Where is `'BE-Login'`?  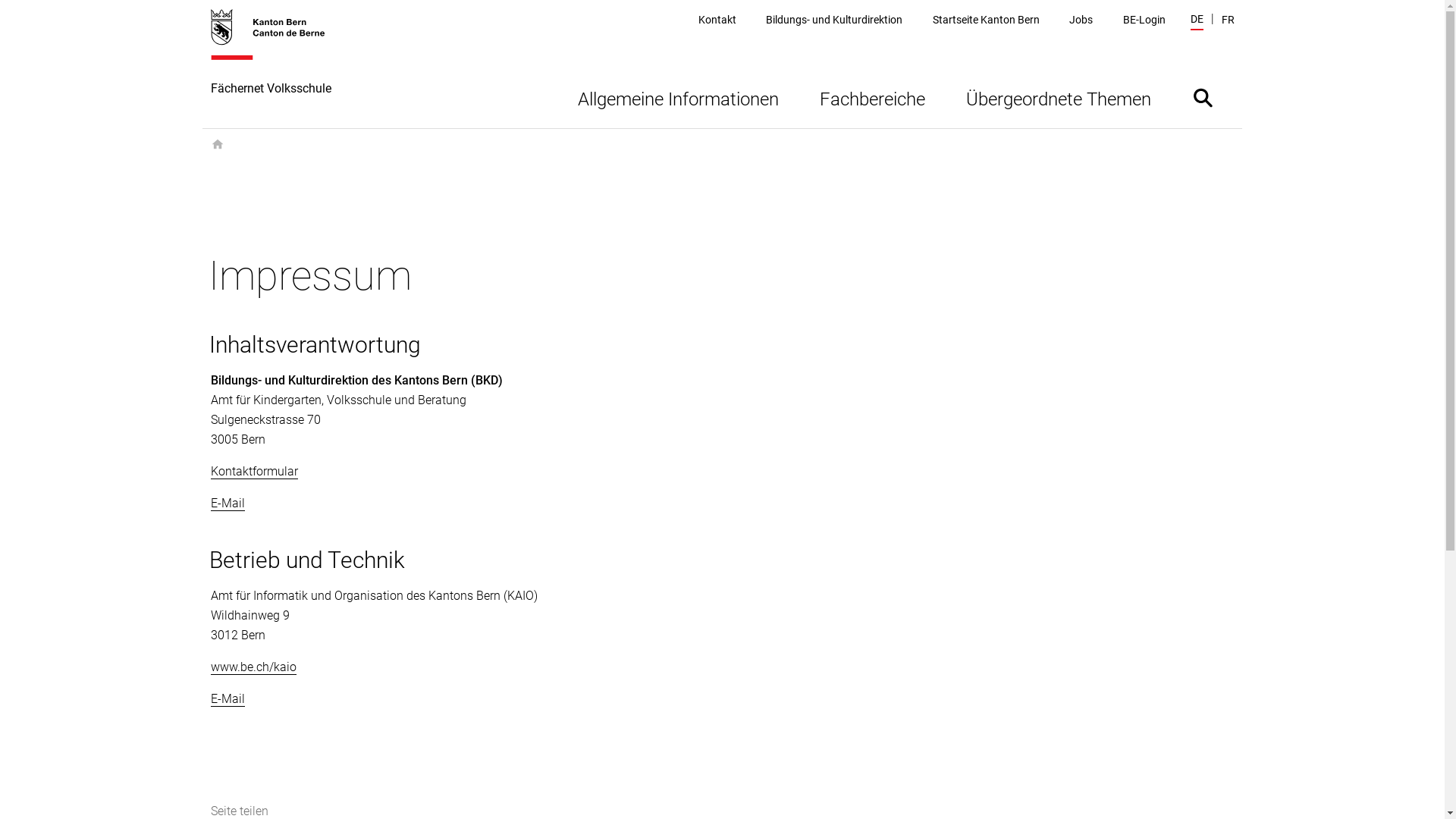 'BE-Login' is located at coordinates (1144, 20).